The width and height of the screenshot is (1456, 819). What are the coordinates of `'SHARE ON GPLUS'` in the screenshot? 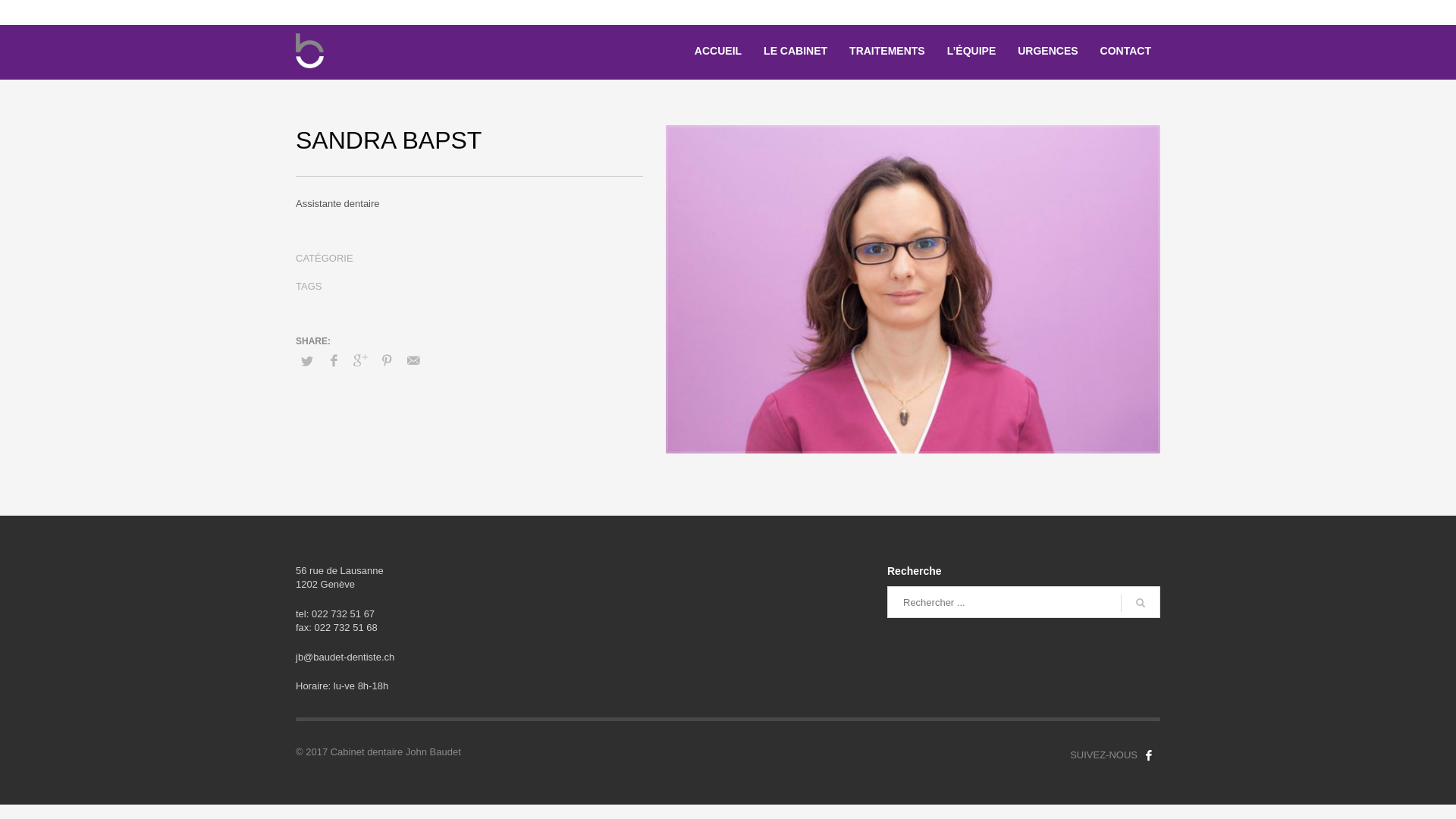 It's located at (359, 360).